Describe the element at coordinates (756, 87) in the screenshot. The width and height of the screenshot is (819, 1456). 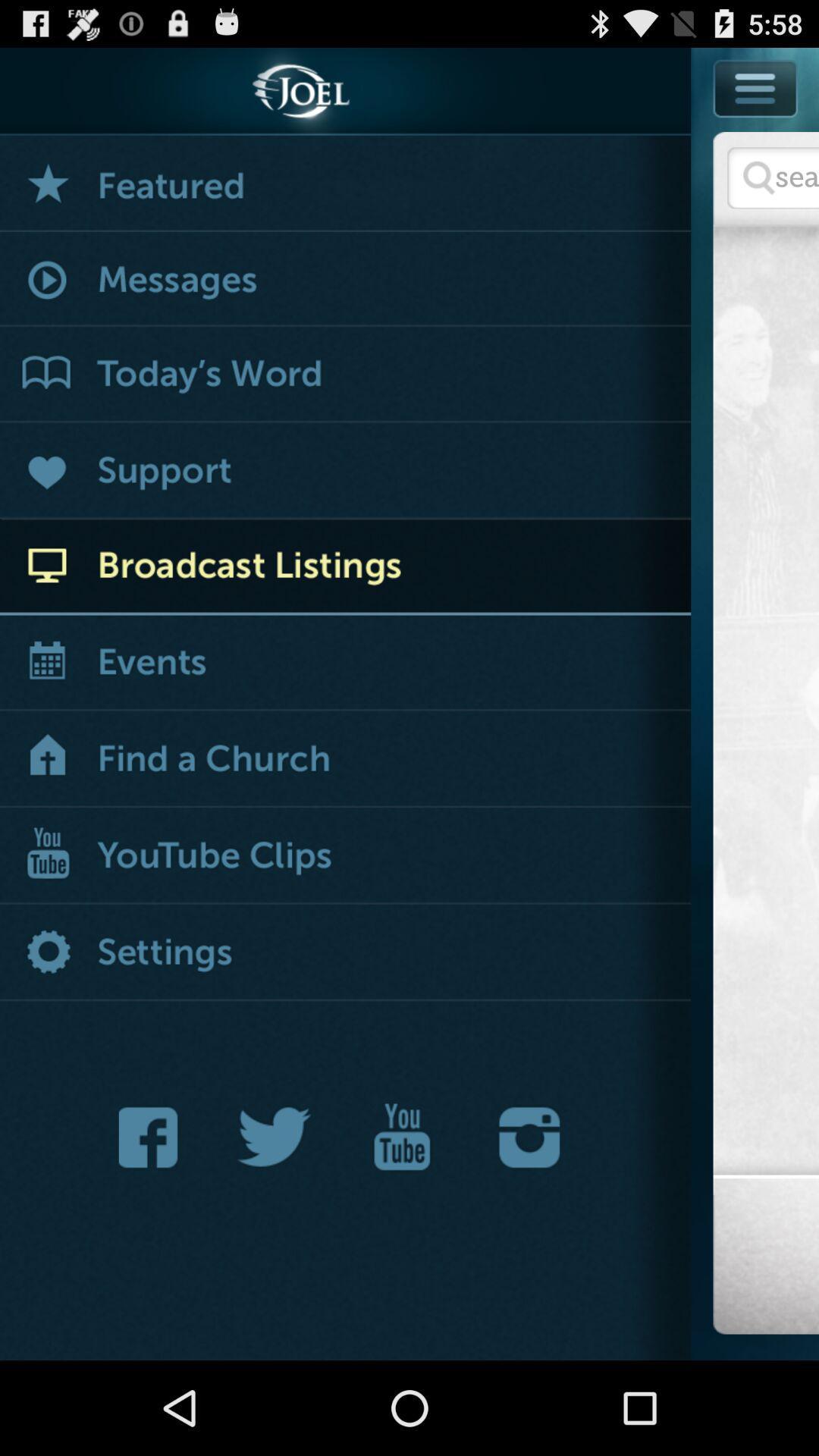
I see `show or hide application options` at that location.